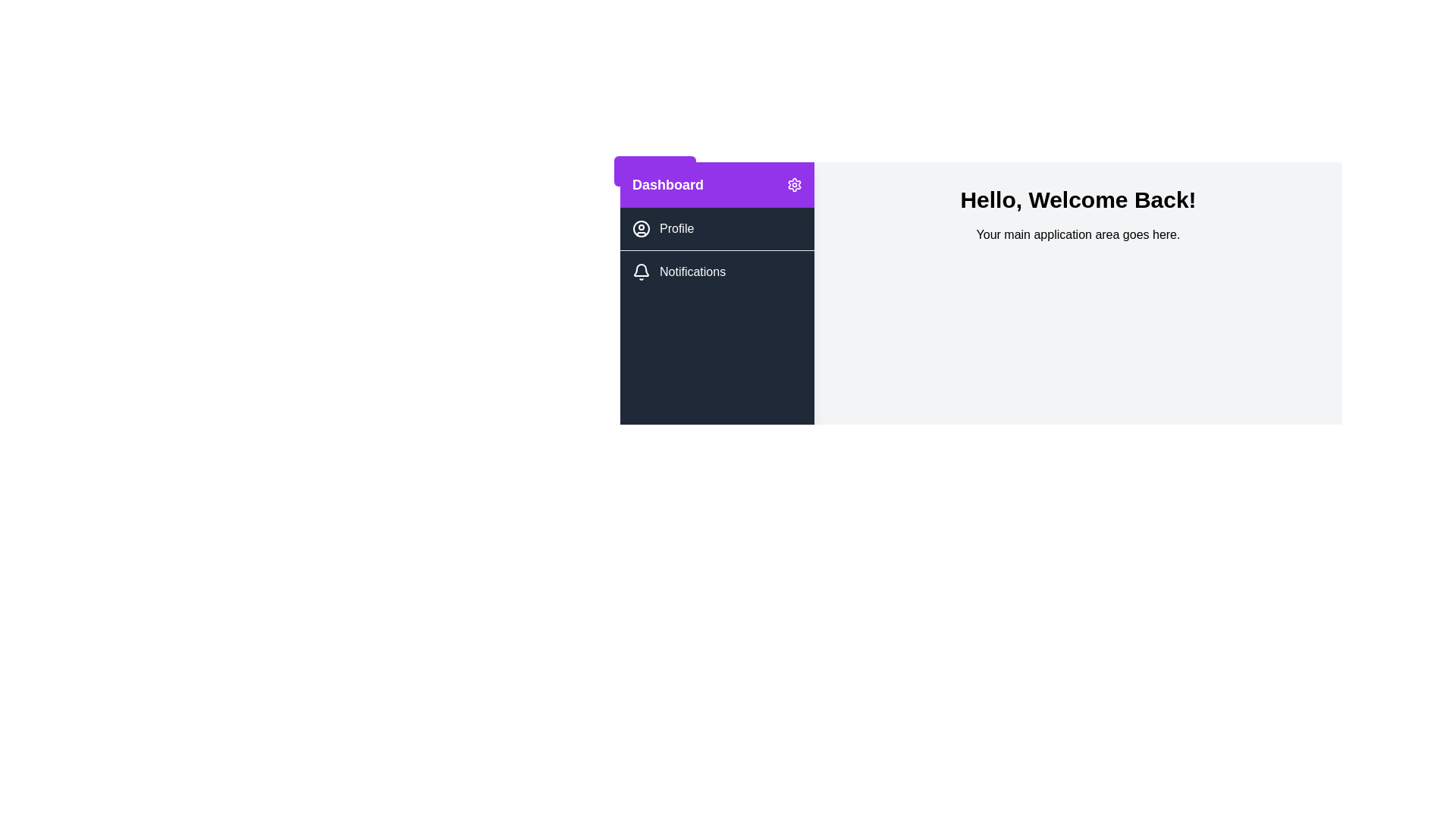  Describe the element at coordinates (667, 184) in the screenshot. I see `text from the heading label located in the top-left corner of the purple header in the sidebar` at that location.